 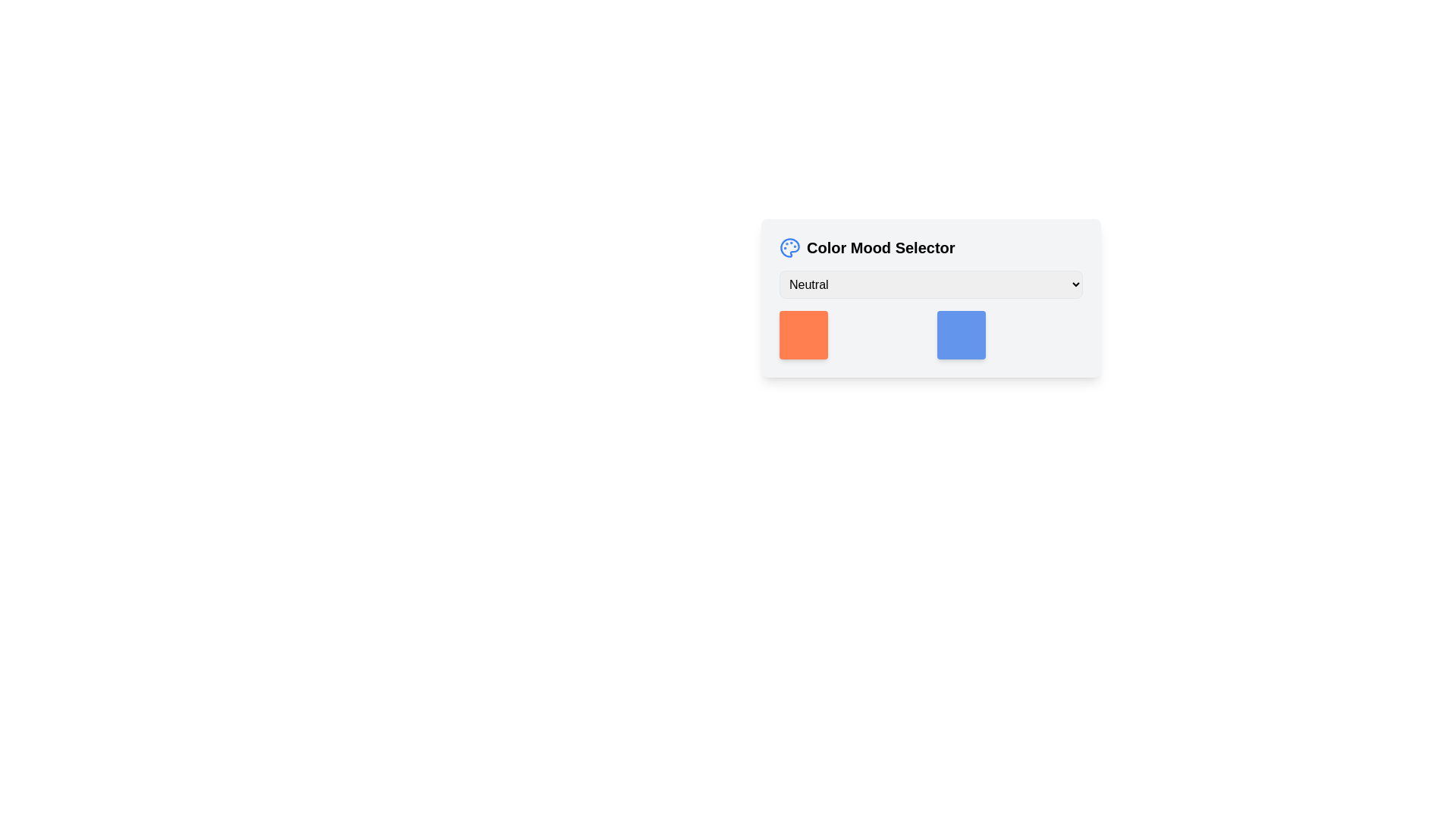 What do you see at coordinates (789, 247) in the screenshot?
I see `the base of the palette icon, which is part of the 'Color Mood Selector' section on the left, to interact with the color selection UI` at bounding box center [789, 247].